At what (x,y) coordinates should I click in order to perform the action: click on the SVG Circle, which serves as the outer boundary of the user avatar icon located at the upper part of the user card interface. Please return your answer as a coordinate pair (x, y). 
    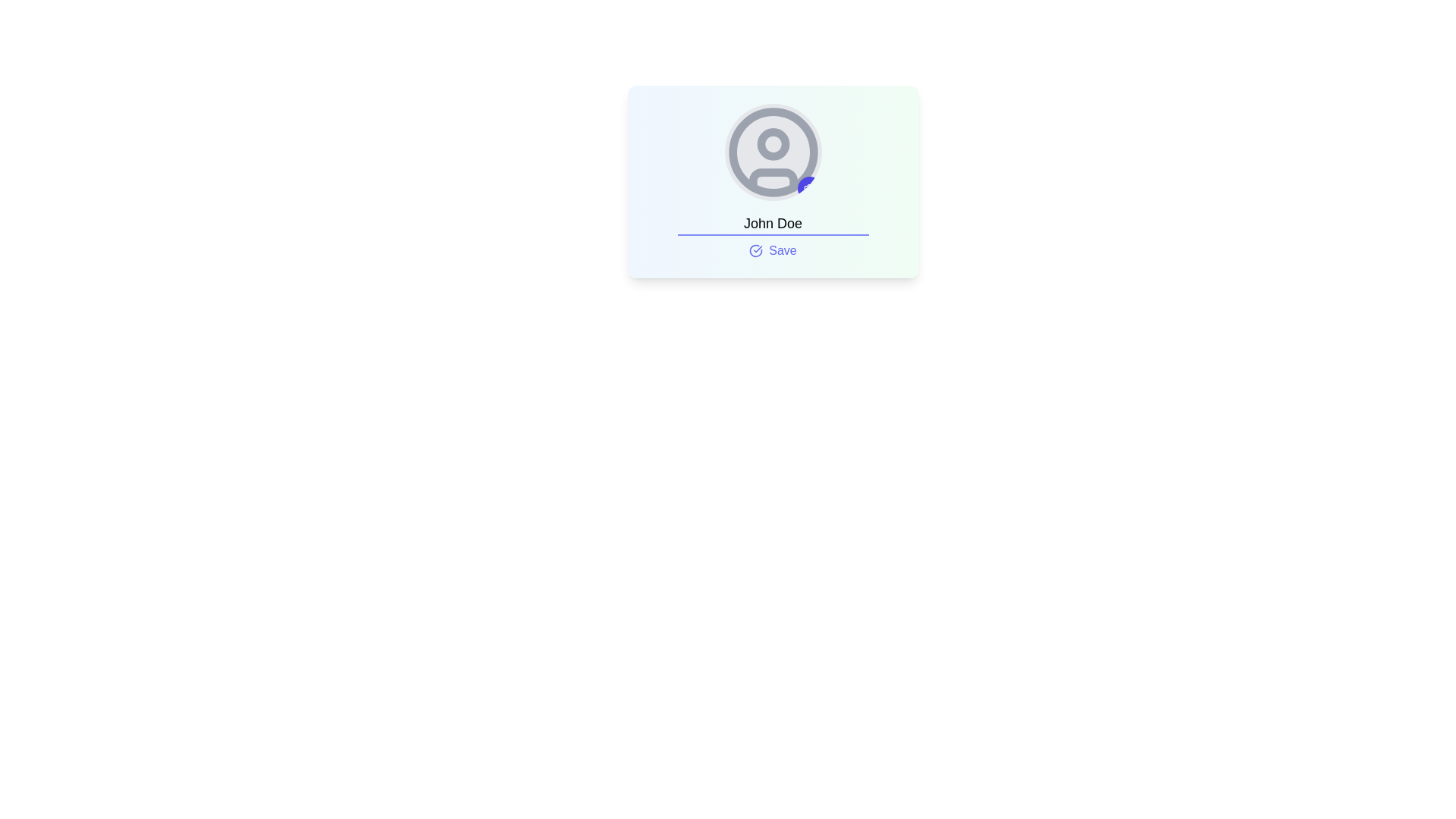
    Looking at the image, I should click on (773, 152).